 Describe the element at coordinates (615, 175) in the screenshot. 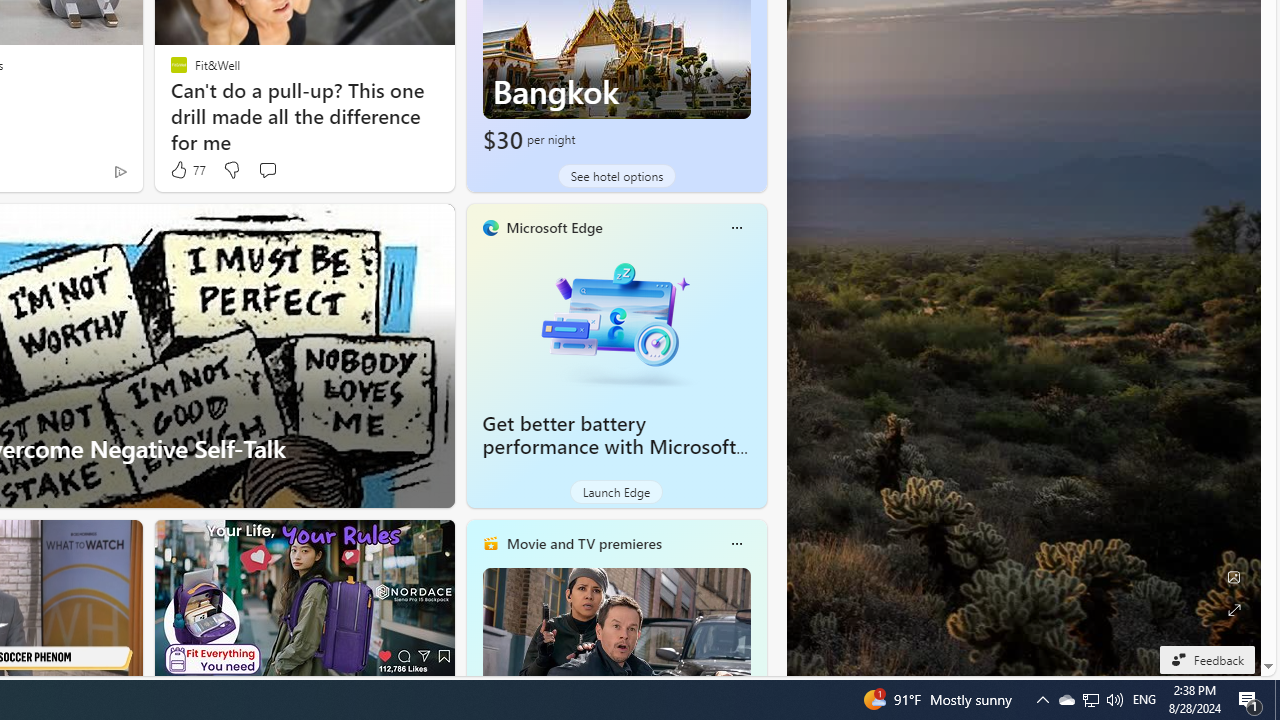

I see `'See hotel options'` at that location.